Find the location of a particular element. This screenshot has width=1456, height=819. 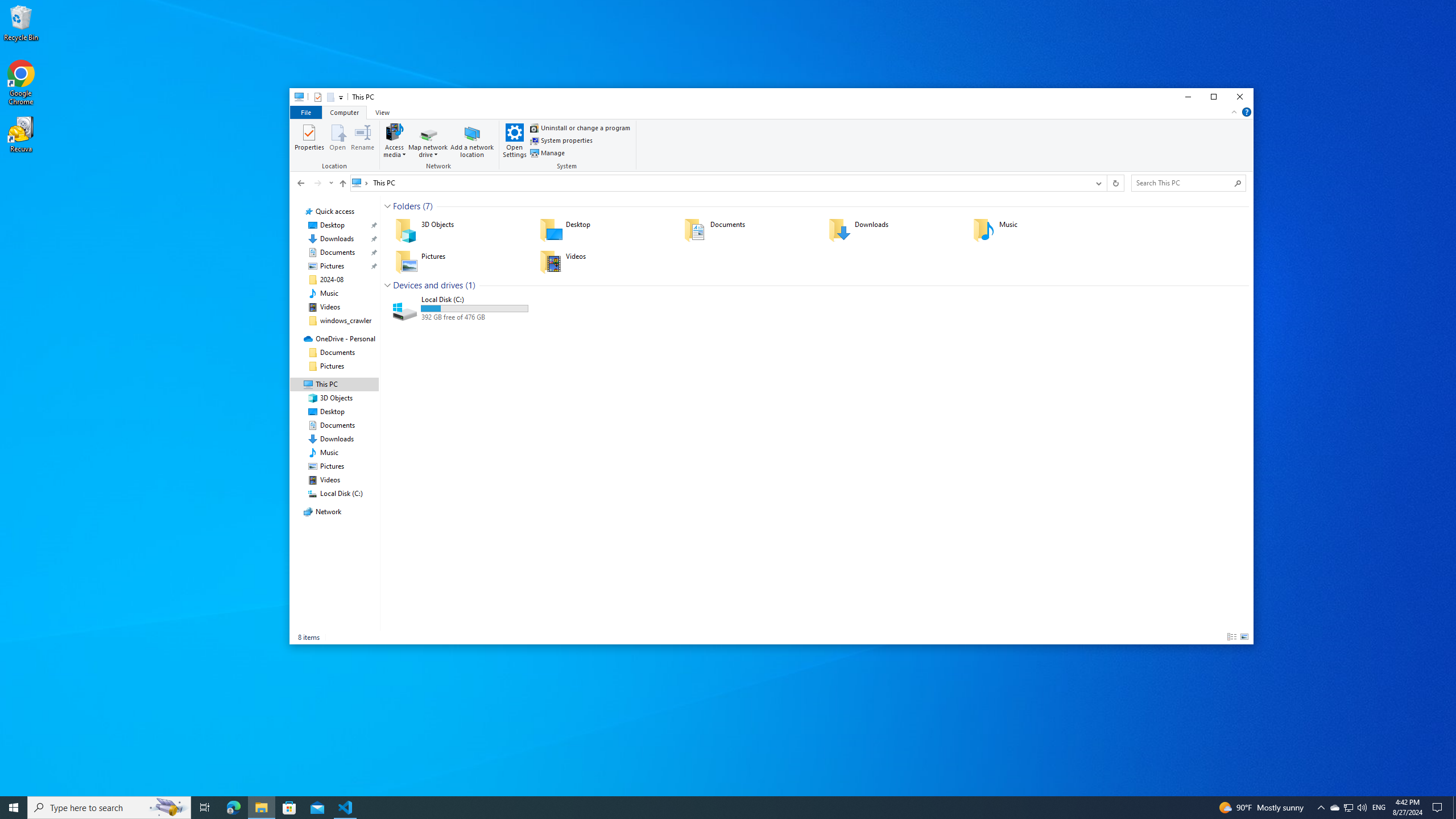

'Pictures' is located at coordinates (459, 261).